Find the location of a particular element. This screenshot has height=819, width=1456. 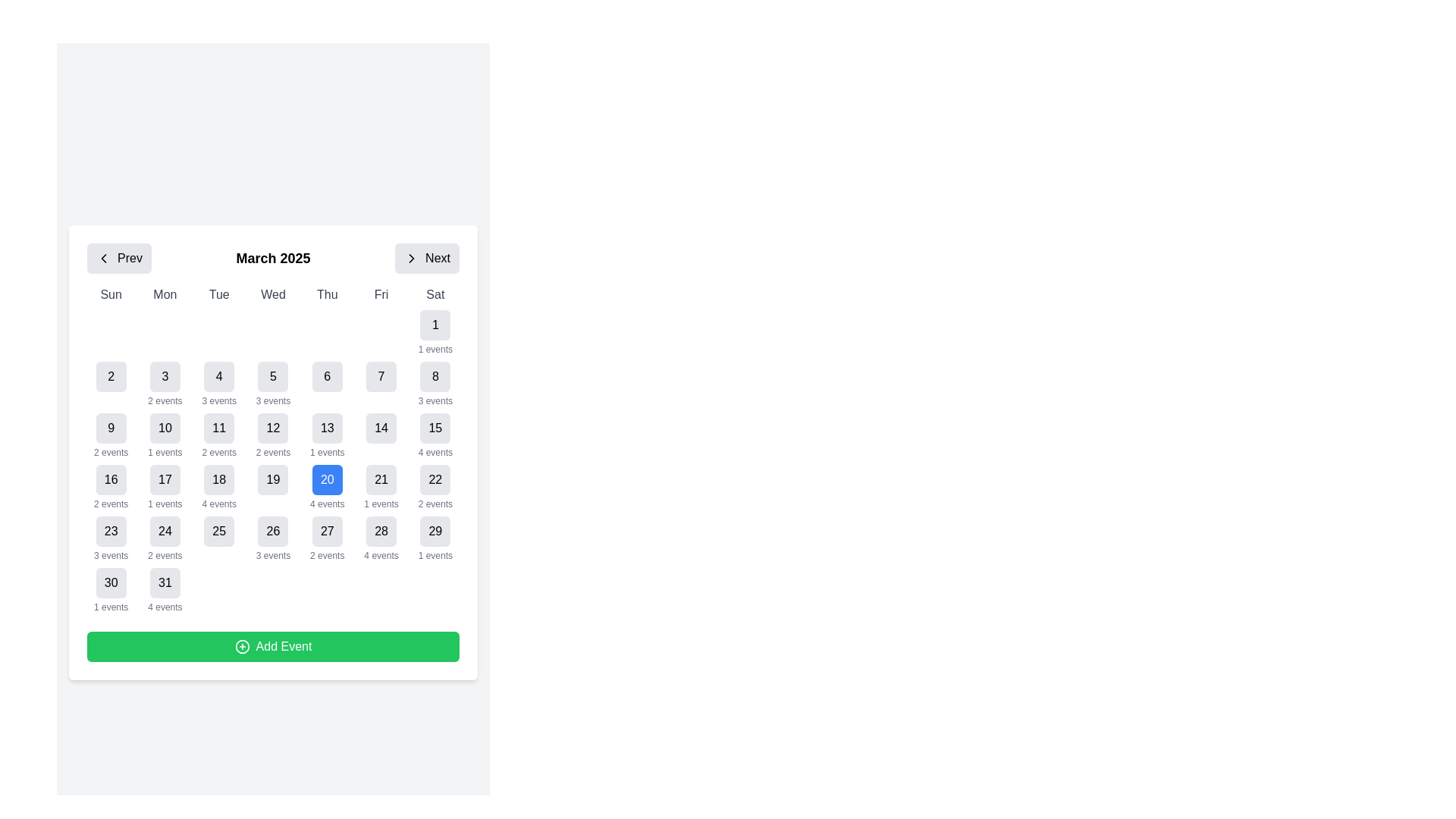

the informational Text label that displays the number of events scheduled on the date '11th' in the calendar grid is located at coordinates (218, 452).